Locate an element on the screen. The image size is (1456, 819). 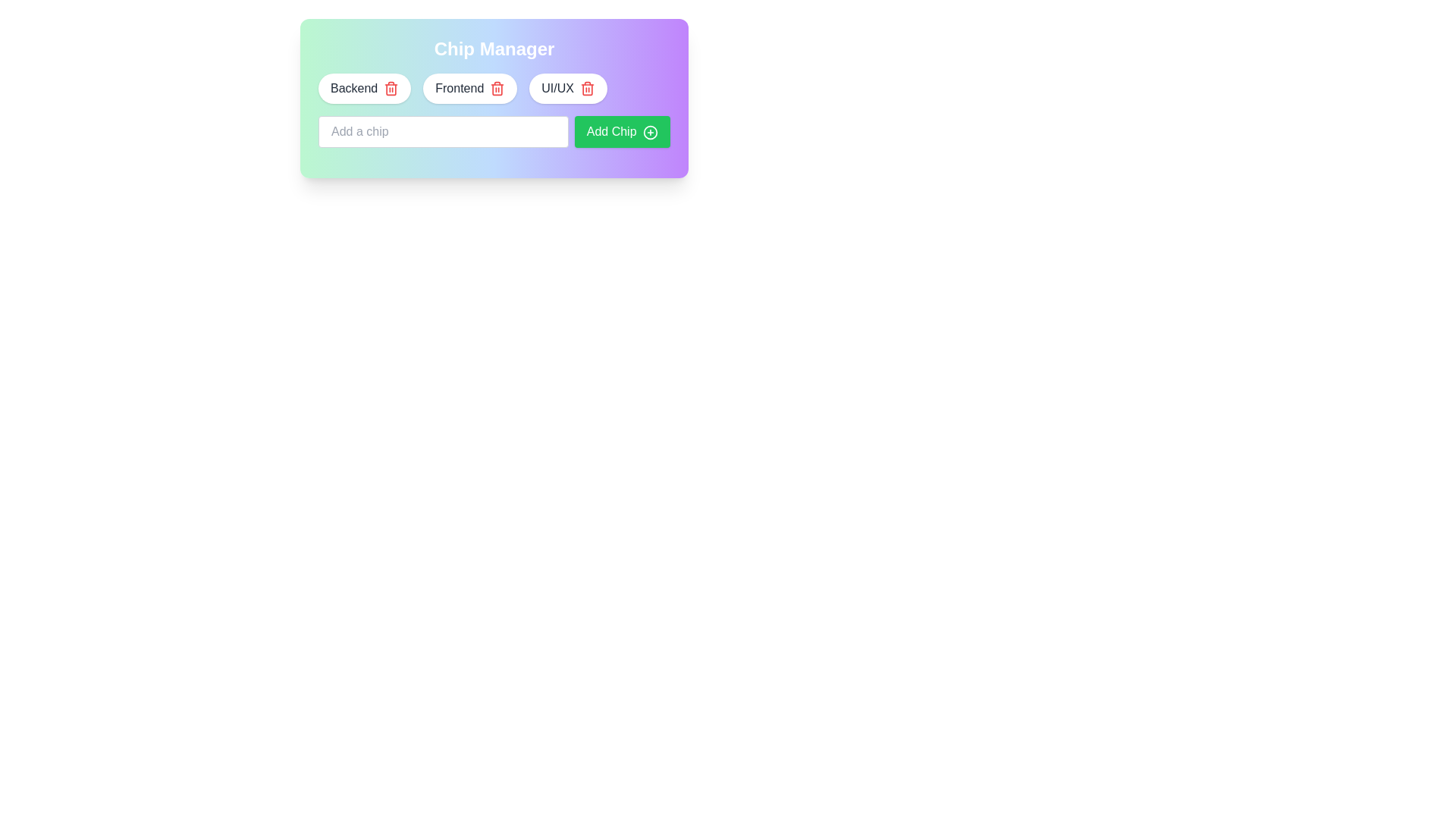
the area of the first chip containing the 'Backend' text label is located at coordinates (353, 88).